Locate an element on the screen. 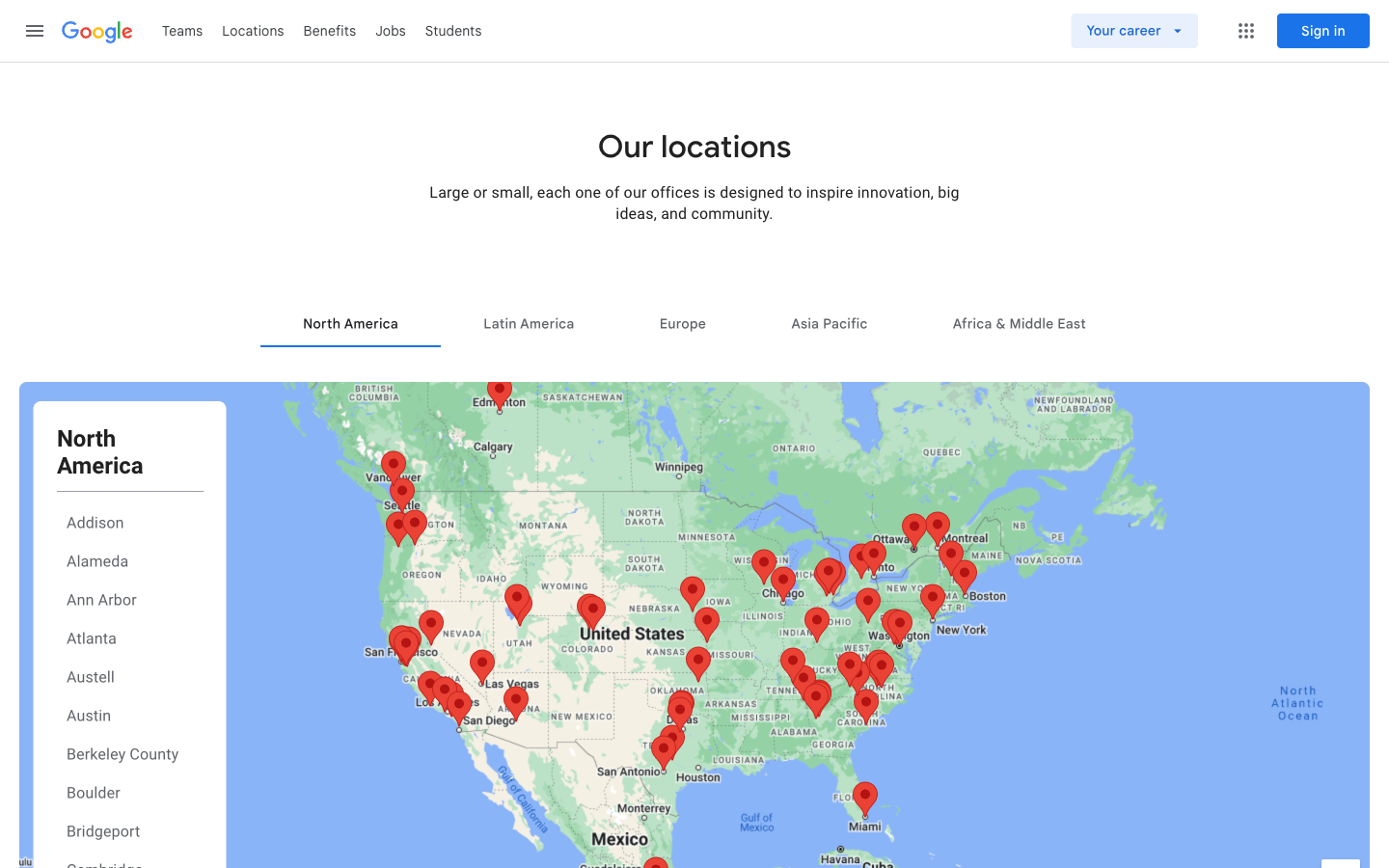 The width and height of the screenshot is (1389, 868). the Teams tab is located at coordinates (182, 29).